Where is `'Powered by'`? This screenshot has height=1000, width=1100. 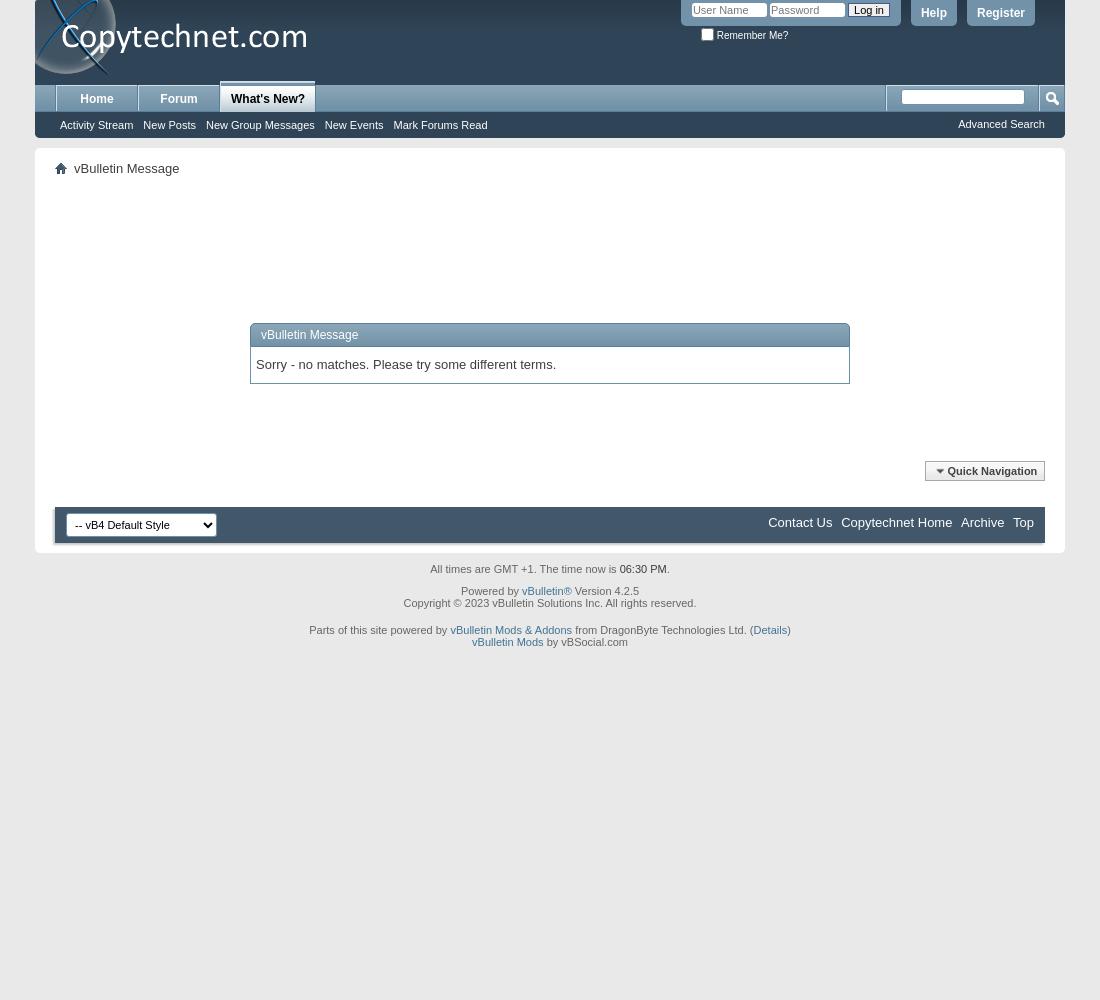
'Powered by' is located at coordinates (491, 589).